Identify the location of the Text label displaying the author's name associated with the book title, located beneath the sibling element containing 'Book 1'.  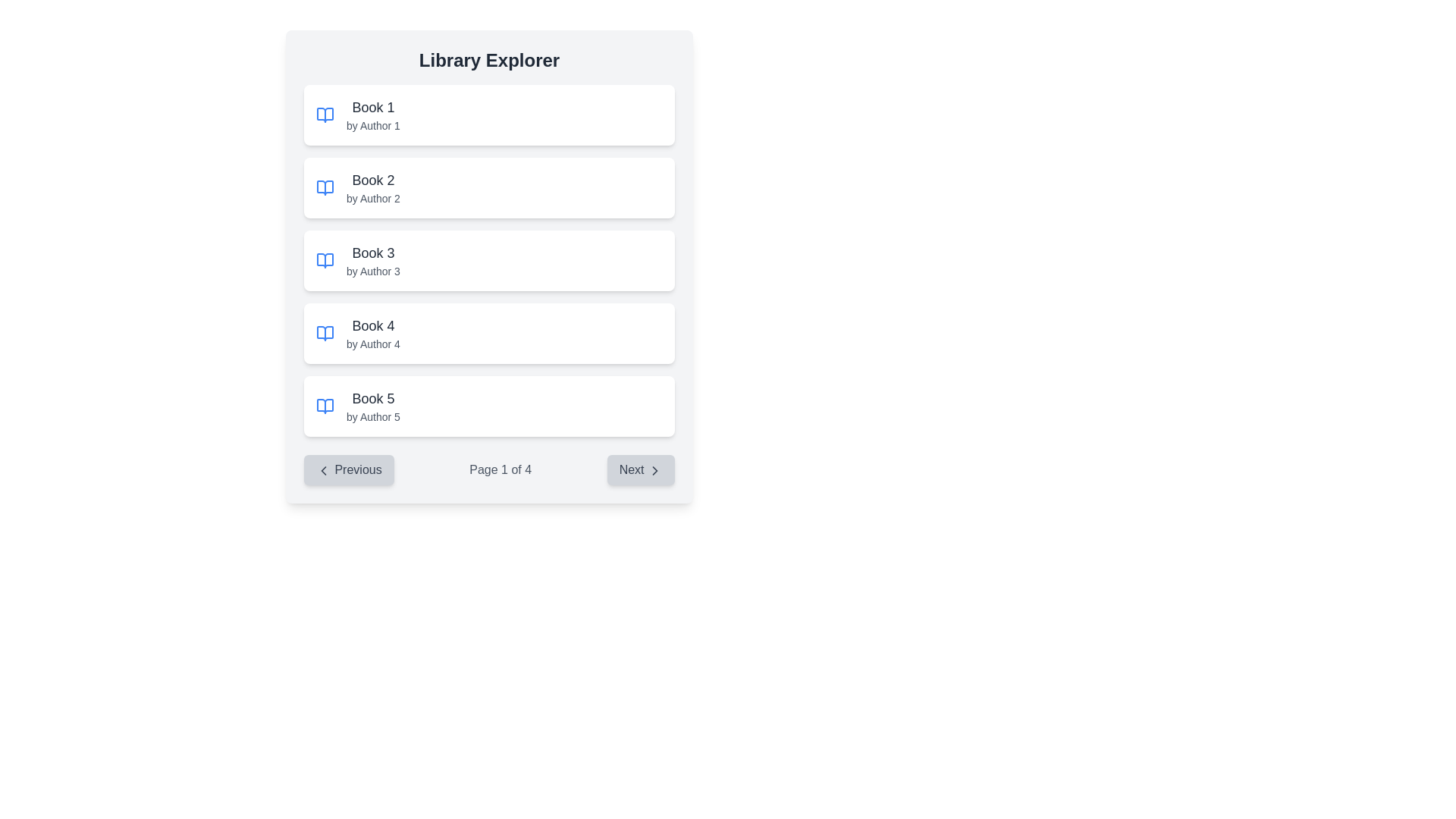
(373, 124).